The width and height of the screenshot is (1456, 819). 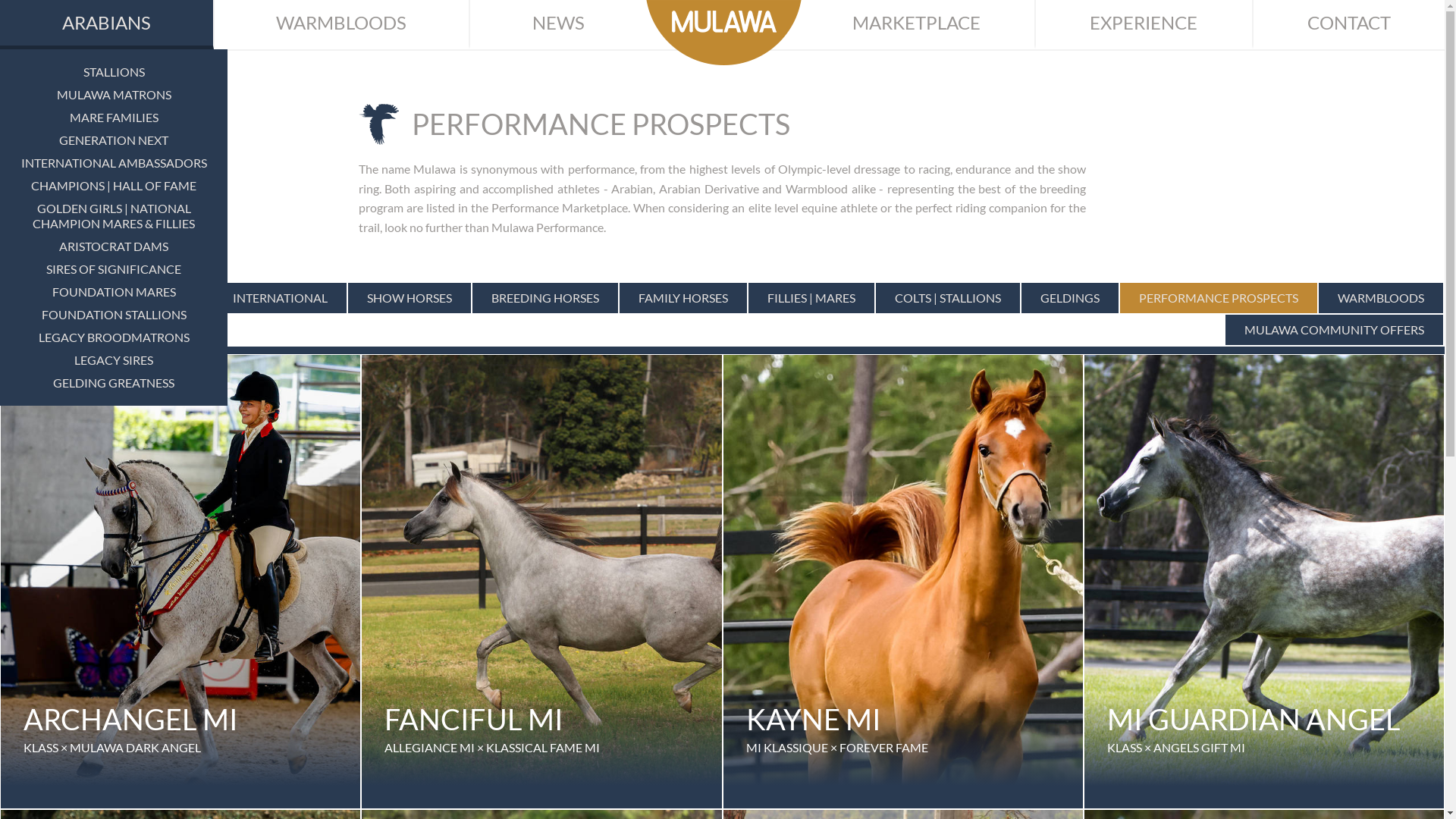 I want to click on 'CONTACT', so click(x=1349, y=24).